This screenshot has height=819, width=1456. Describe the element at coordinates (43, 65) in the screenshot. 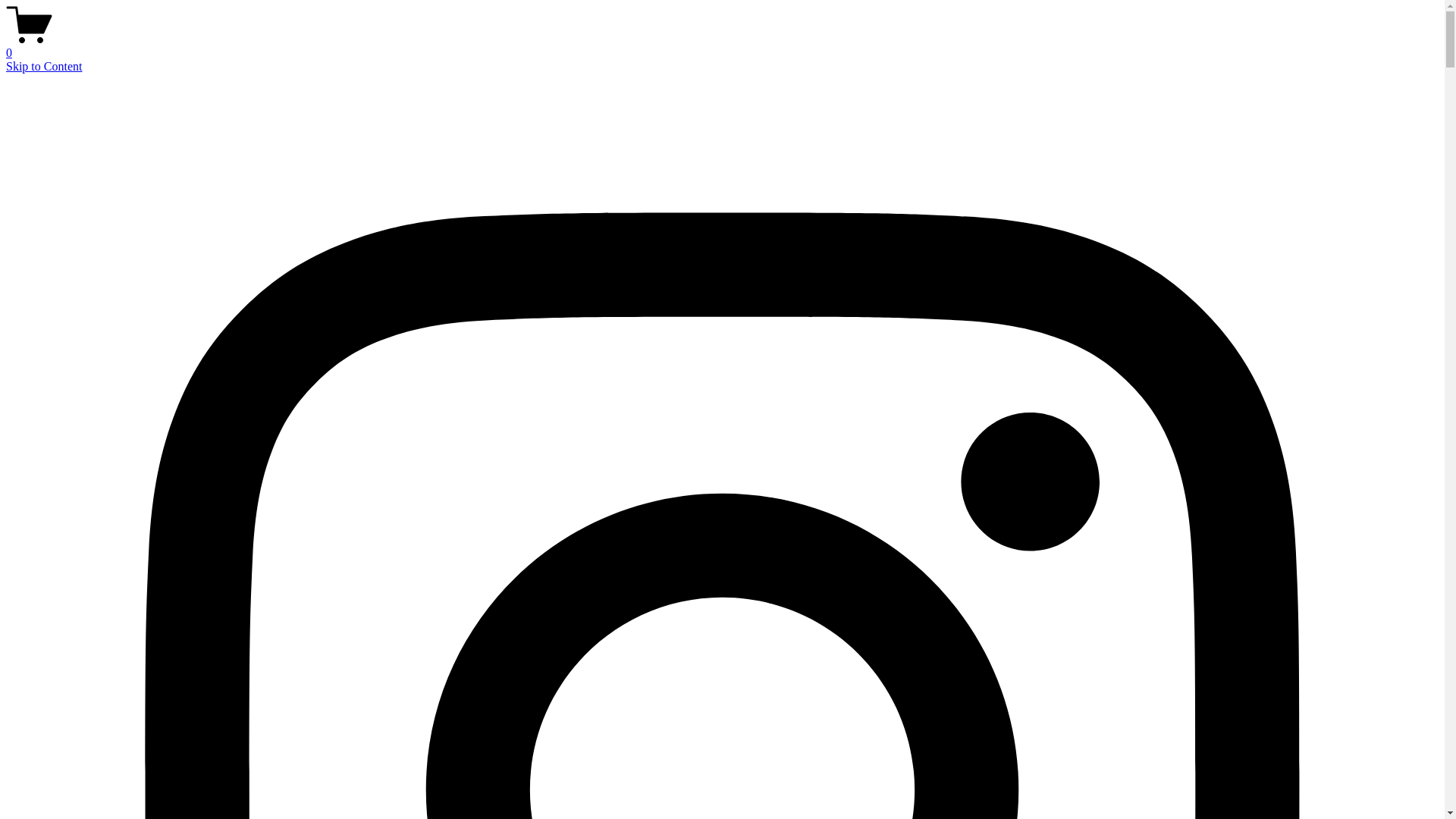

I see `'Skip to Content'` at that location.